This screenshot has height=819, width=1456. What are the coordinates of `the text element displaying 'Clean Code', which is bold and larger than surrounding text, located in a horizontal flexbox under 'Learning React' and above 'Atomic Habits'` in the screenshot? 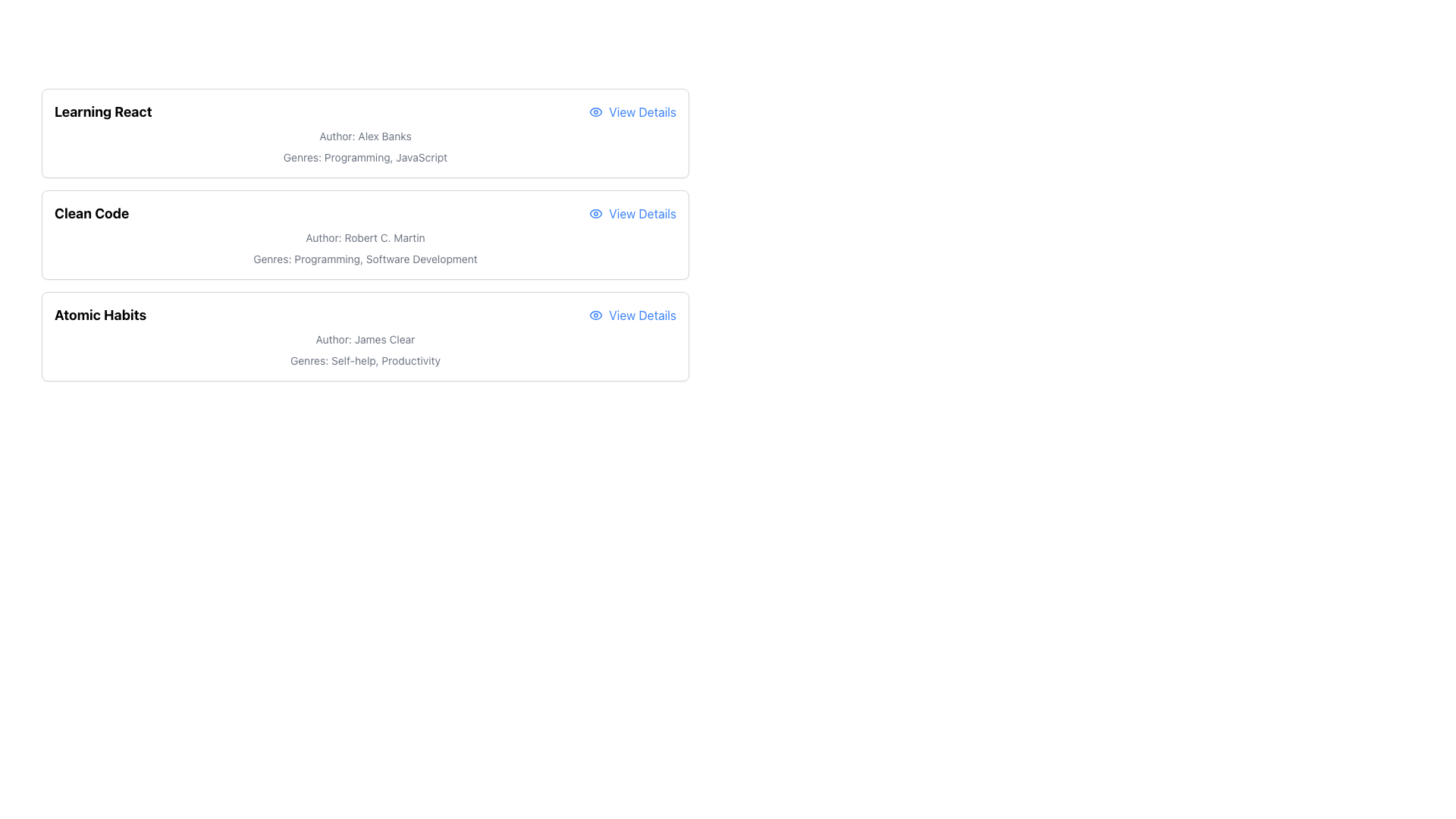 It's located at (91, 213).